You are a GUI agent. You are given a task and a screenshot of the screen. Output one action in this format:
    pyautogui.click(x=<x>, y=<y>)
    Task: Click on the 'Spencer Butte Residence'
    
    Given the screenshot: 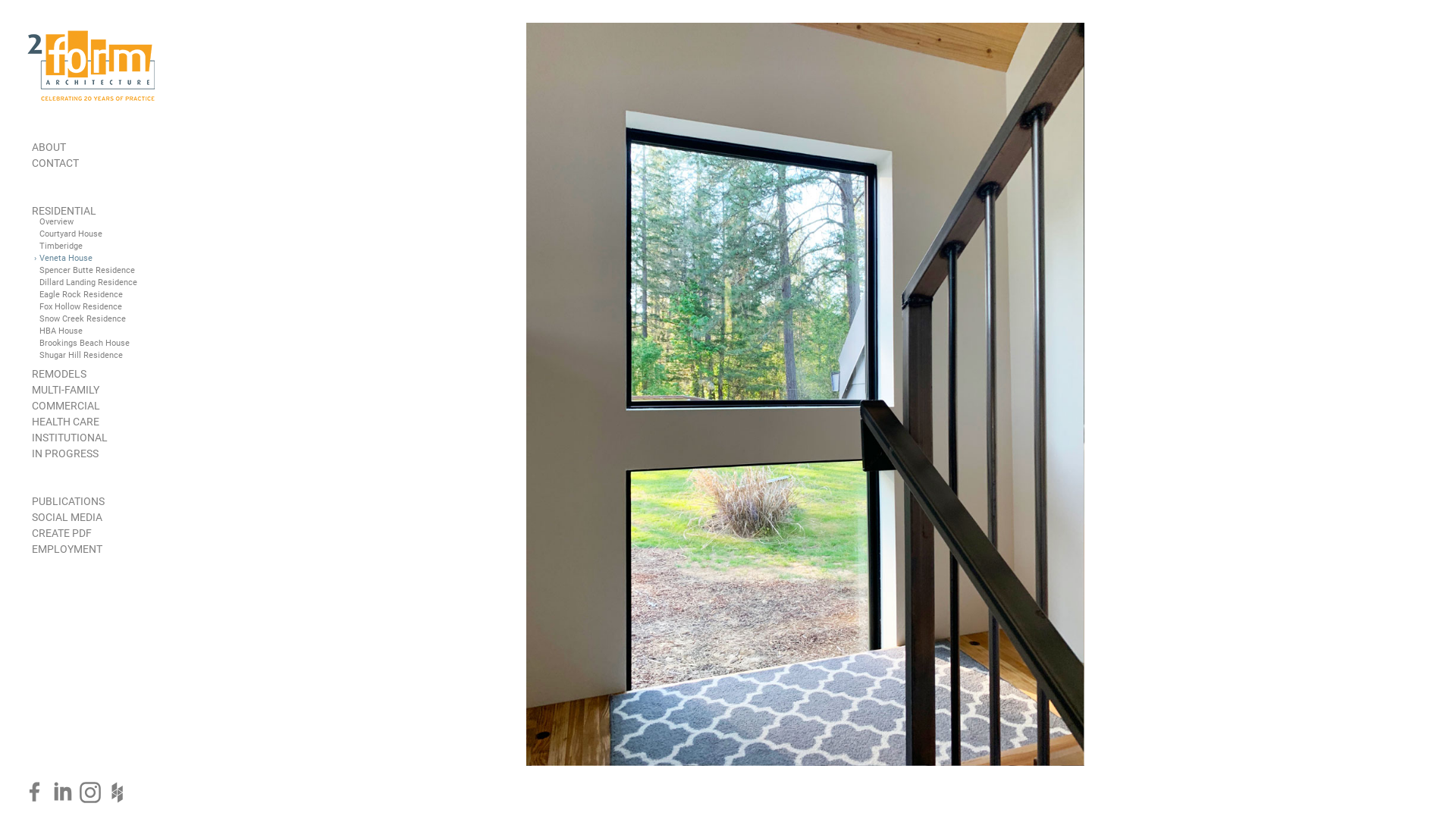 What is the action you would take?
    pyautogui.click(x=39, y=269)
    